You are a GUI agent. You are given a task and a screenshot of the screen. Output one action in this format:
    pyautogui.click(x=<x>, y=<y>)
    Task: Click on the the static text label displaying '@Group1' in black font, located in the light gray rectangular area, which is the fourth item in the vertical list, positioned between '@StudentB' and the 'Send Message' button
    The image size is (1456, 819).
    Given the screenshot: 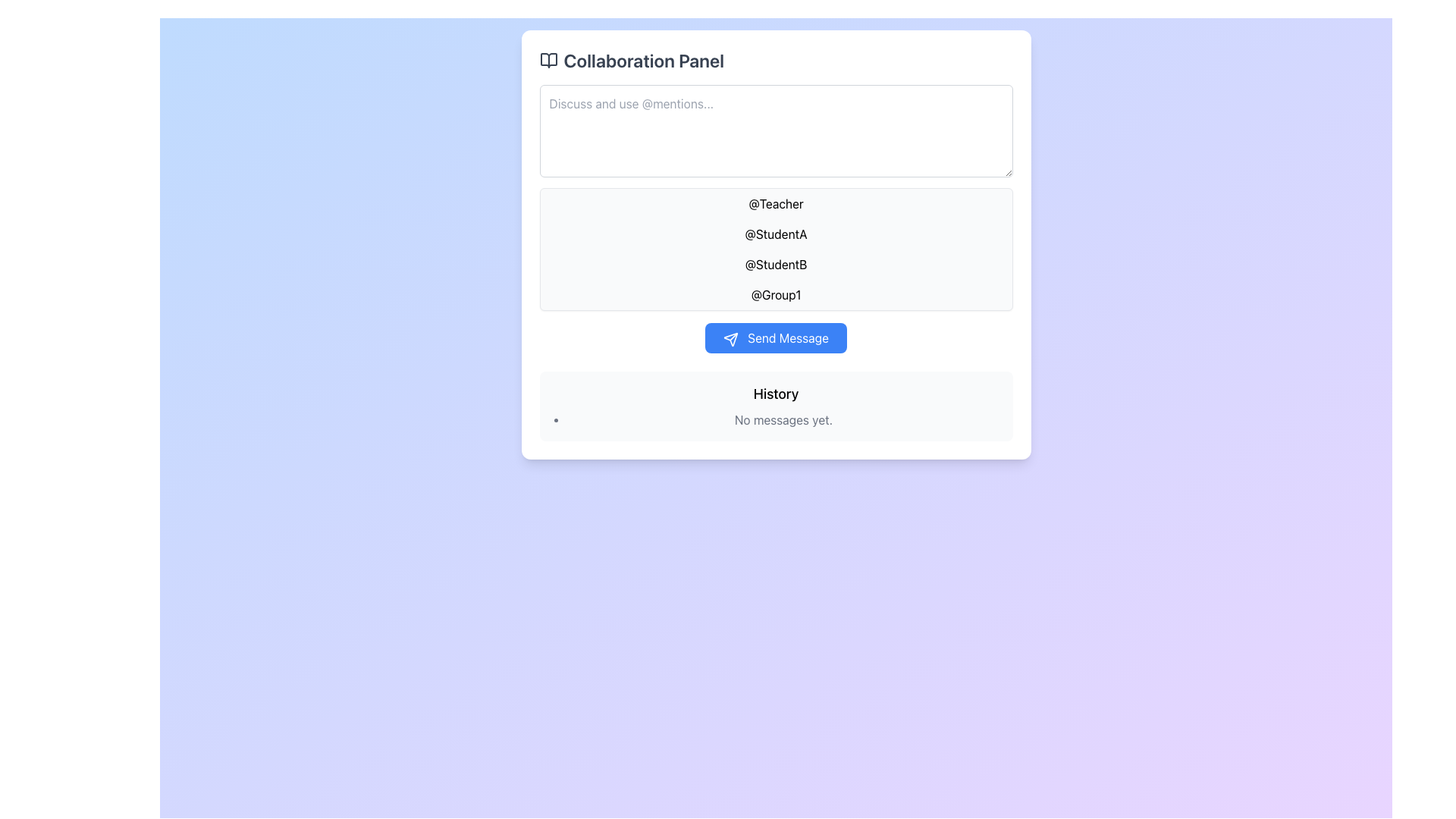 What is the action you would take?
    pyautogui.click(x=776, y=295)
    